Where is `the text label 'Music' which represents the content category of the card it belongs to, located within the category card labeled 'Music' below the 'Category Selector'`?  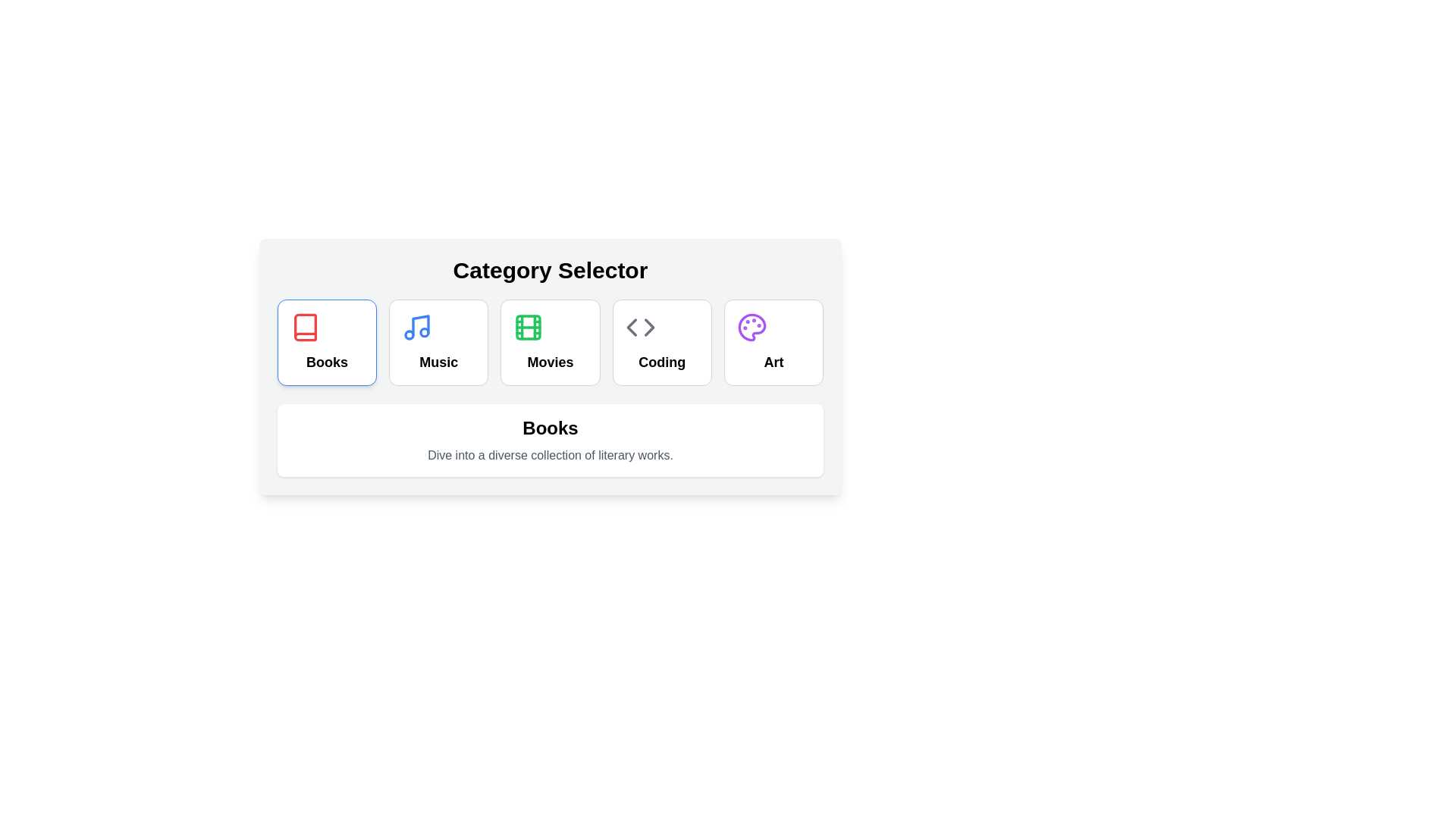
the text label 'Music' which represents the content category of the card it belongs to, located within the category card labeled 'Music' below the 'Category Selector' is located at coordinates (438, 362).